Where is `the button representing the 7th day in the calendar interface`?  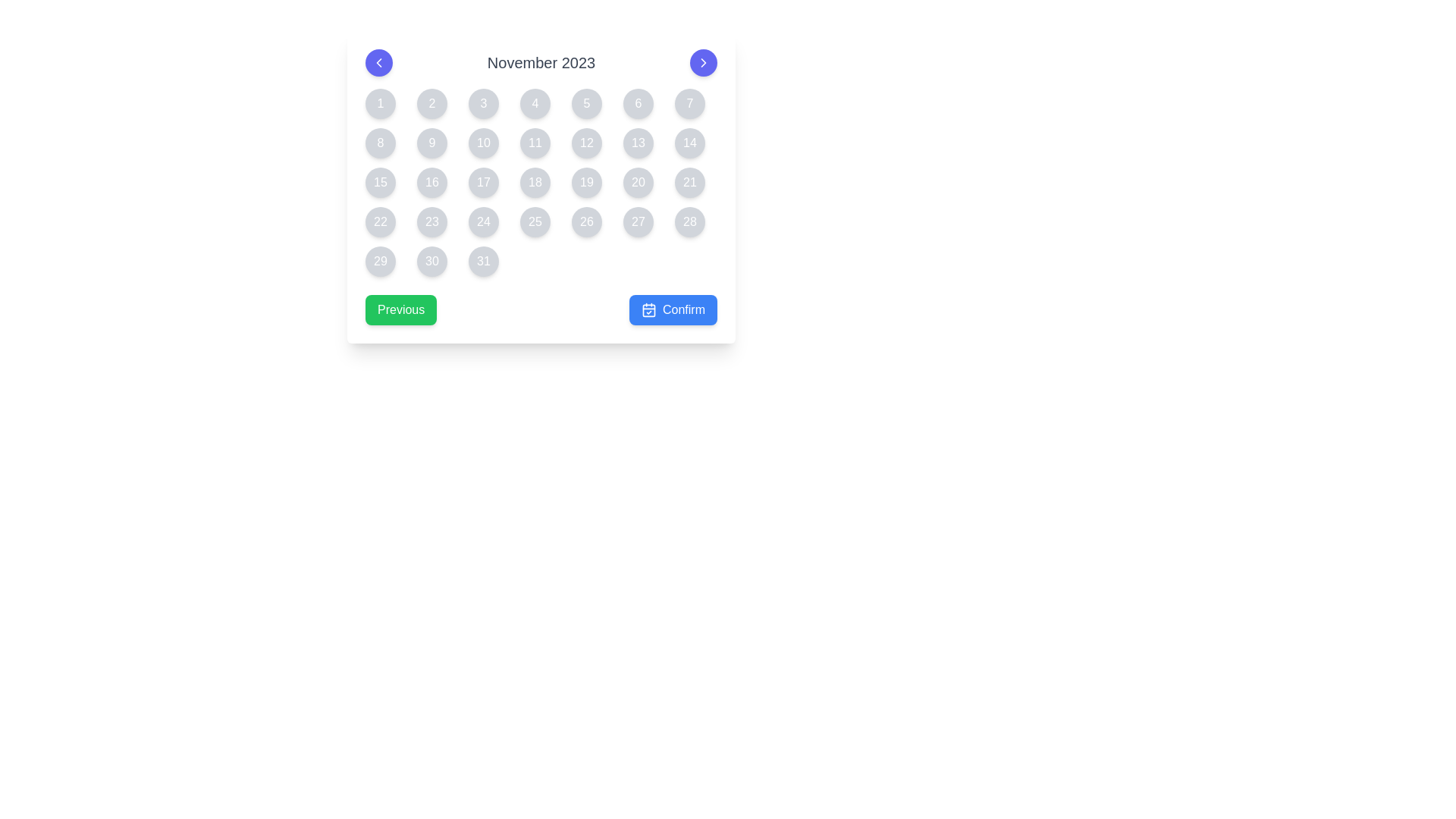 the button representing the 7th day in the calendar interface is located at coordinates (689, 103).